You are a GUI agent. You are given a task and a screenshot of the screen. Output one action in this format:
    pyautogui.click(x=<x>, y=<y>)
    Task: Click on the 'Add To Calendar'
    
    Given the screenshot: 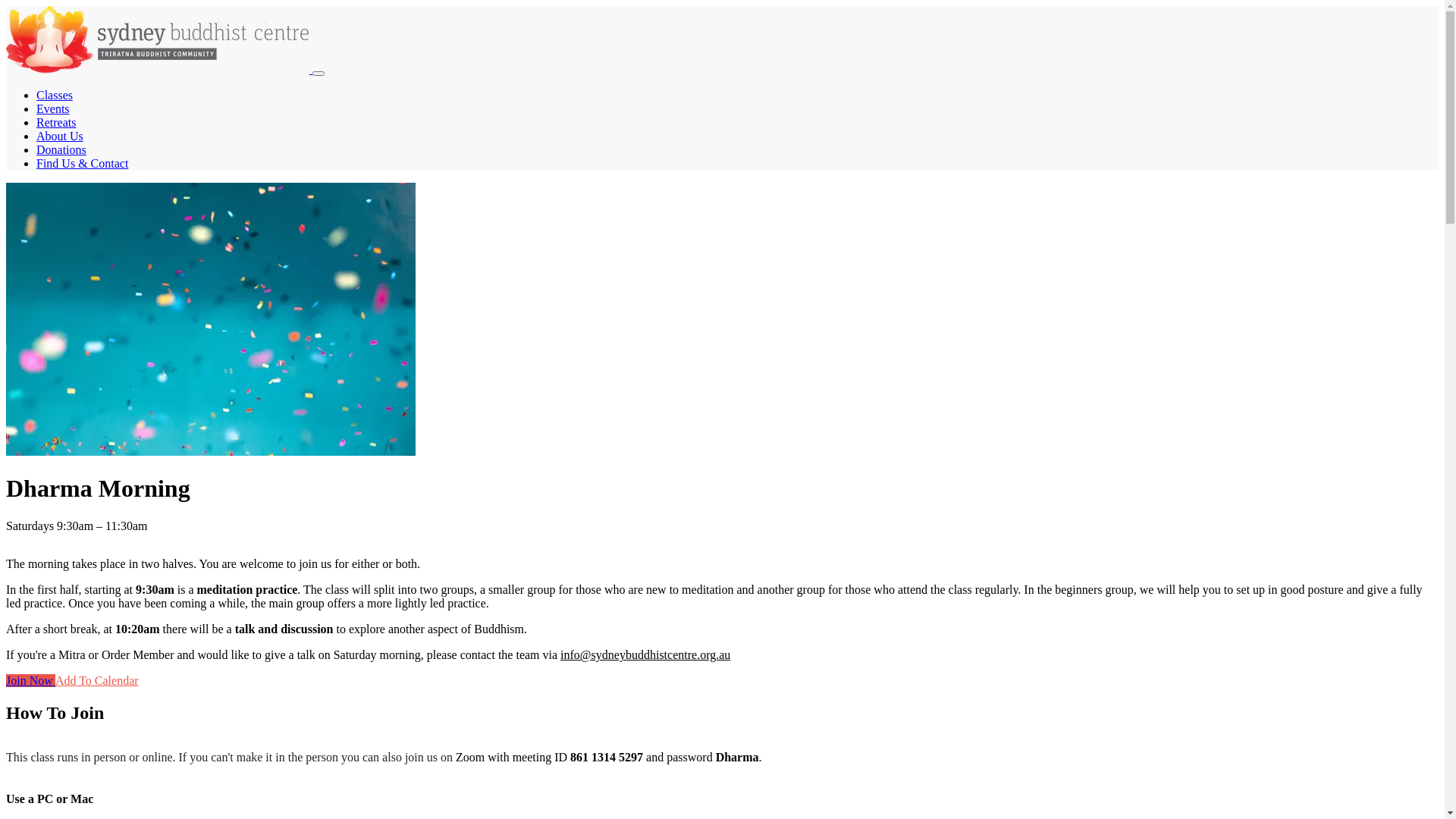 What is the action you would take?
    pyautogui.click(x=55, y=679)
    